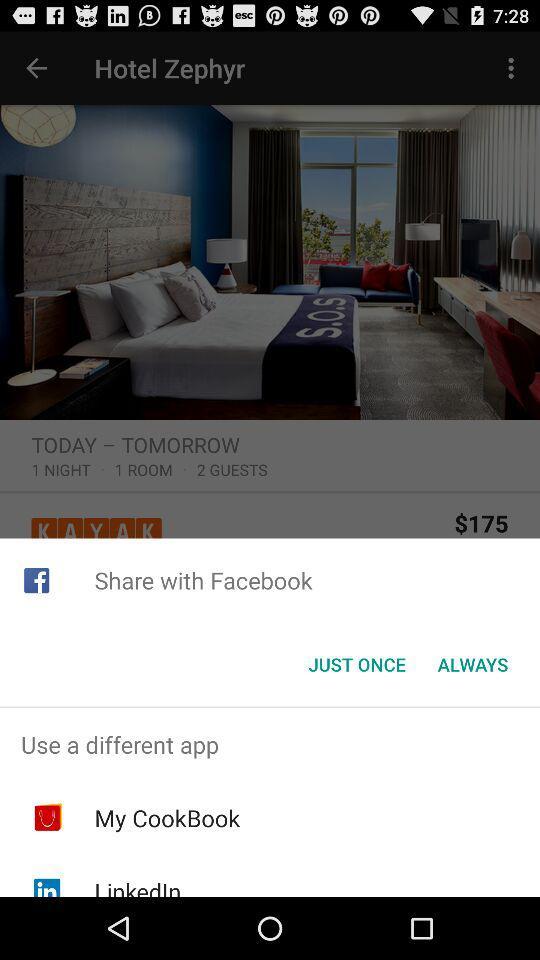 The height and width of the screenshot is (960, 540). I want to click on the icon next to just once, so click(472, 664).